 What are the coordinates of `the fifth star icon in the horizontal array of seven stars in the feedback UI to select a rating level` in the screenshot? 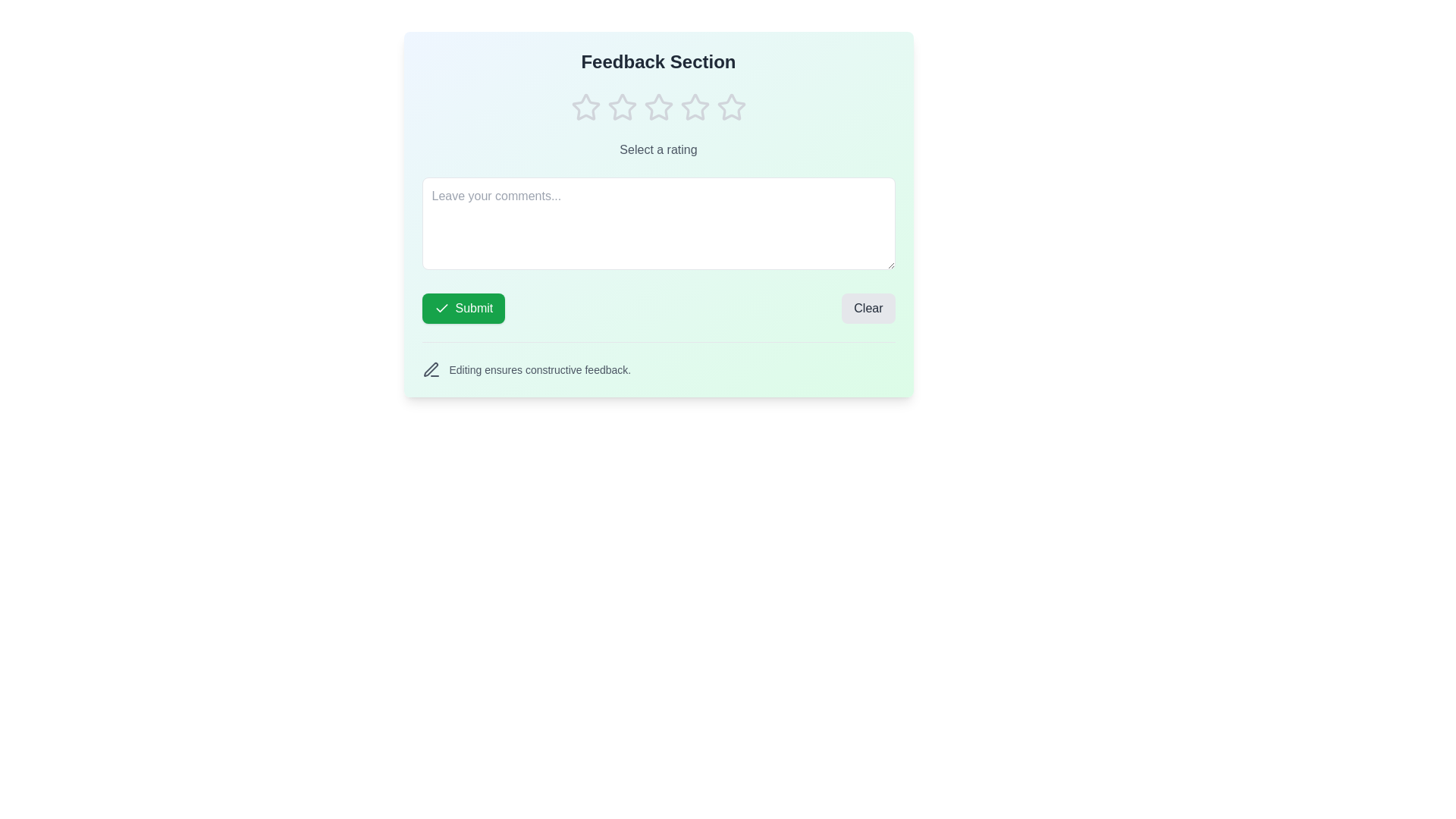 It's located at (694, 107).